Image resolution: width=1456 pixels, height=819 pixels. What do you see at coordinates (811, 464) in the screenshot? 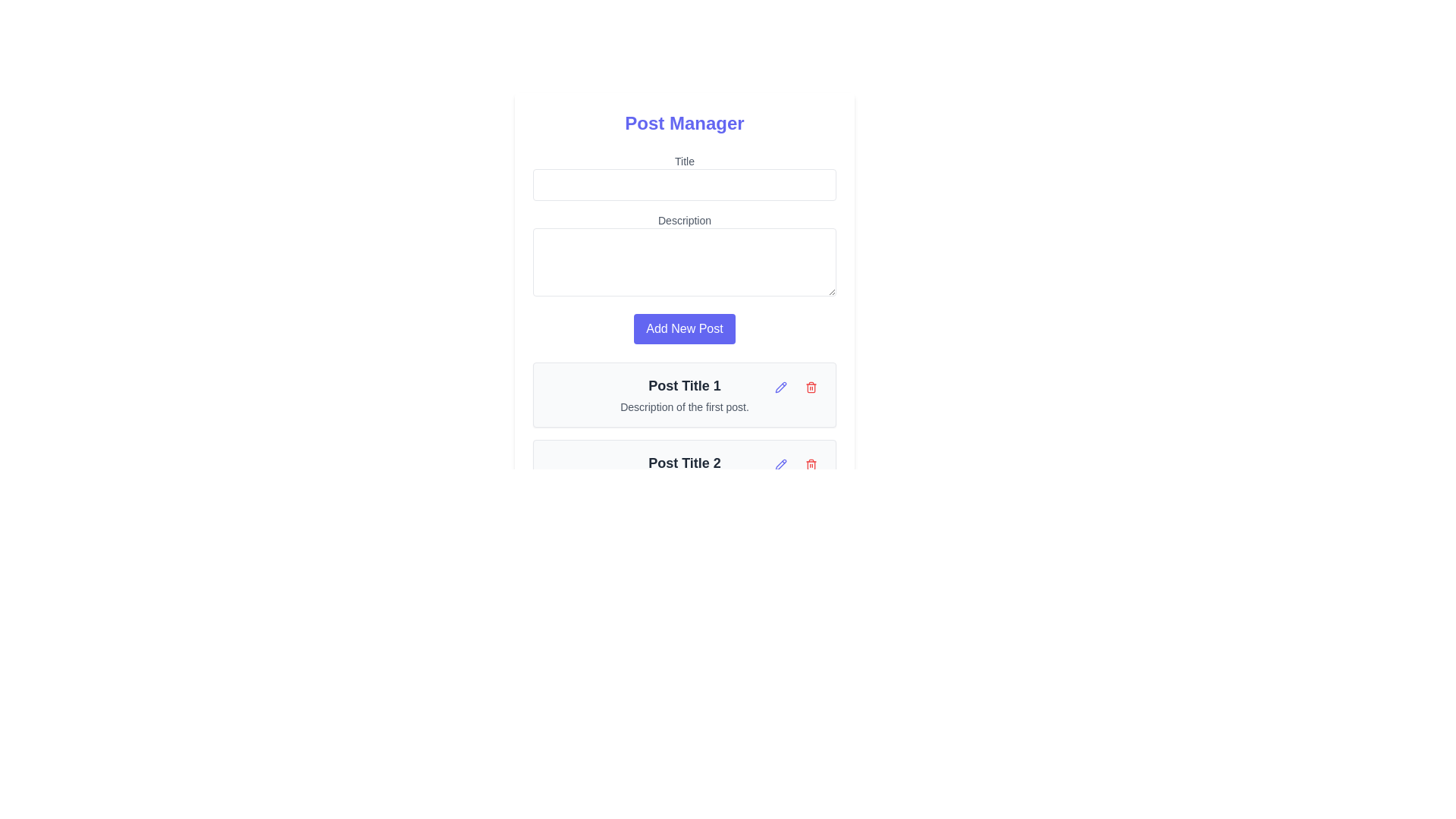
I see `the 'delete' button, which is the second icon in the row of utility buttons in the top-right section of the card for 'Post Title 2'` at bounding box center [811, 464].